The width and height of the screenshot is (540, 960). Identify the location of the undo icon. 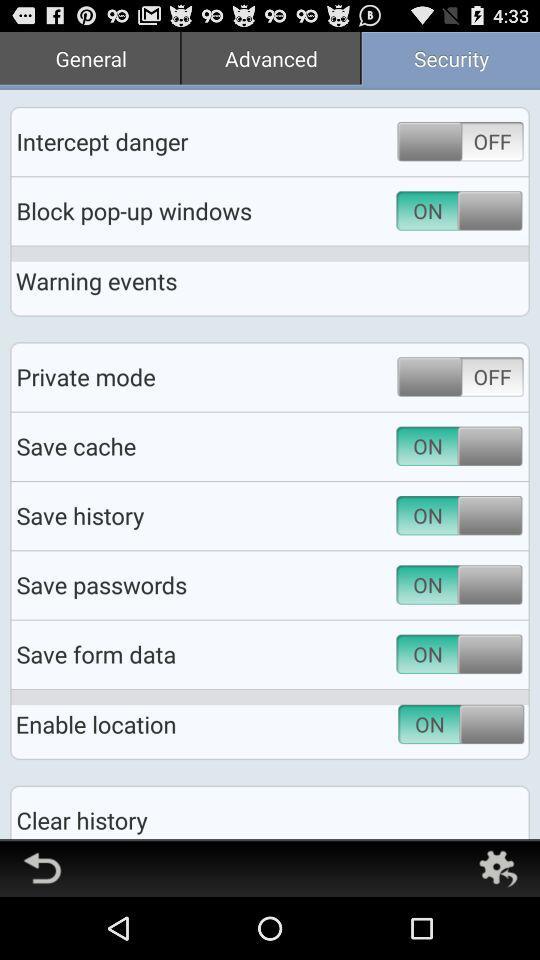
(42, 929).